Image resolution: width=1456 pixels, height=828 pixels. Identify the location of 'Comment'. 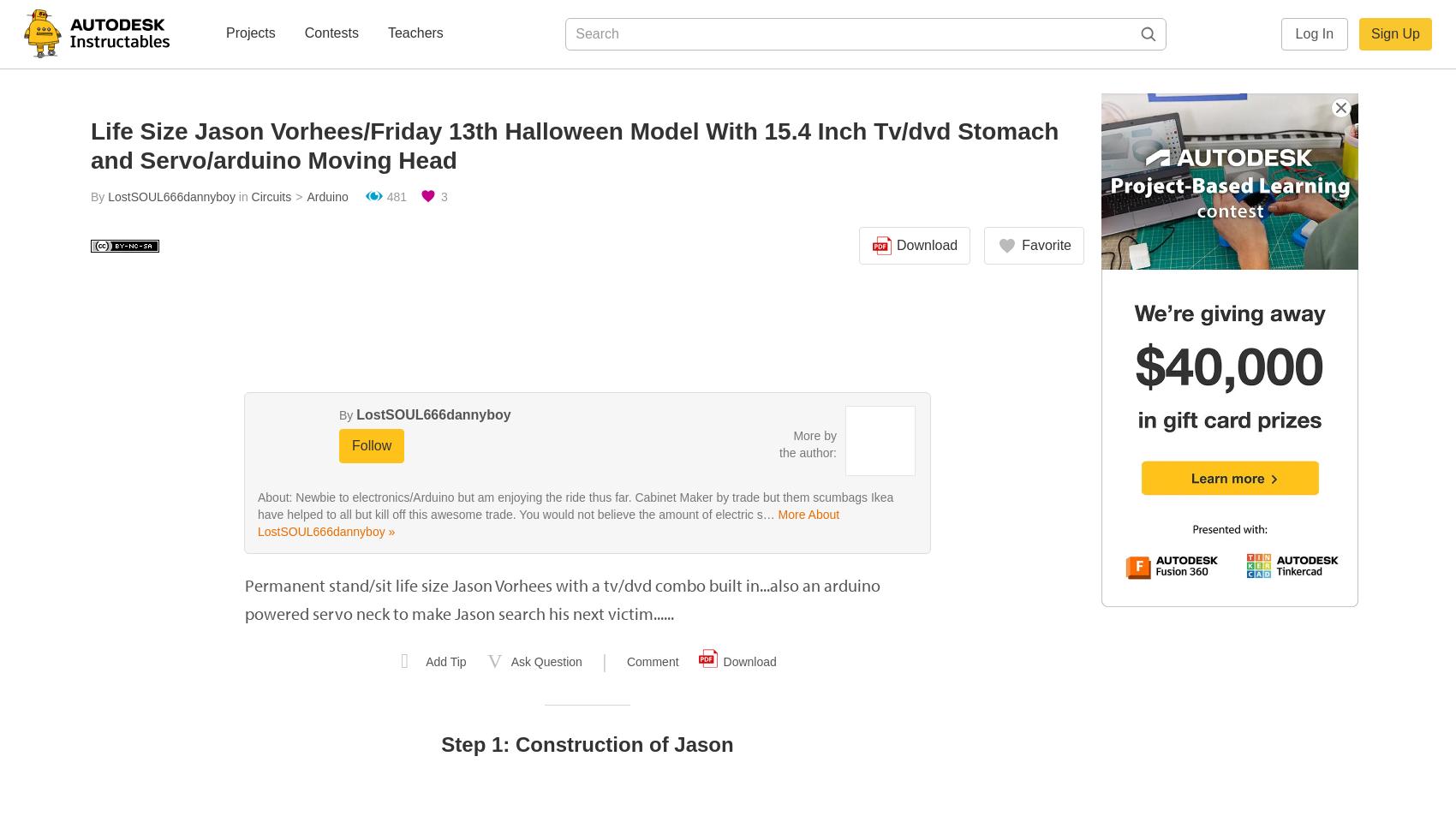
(651, 662).